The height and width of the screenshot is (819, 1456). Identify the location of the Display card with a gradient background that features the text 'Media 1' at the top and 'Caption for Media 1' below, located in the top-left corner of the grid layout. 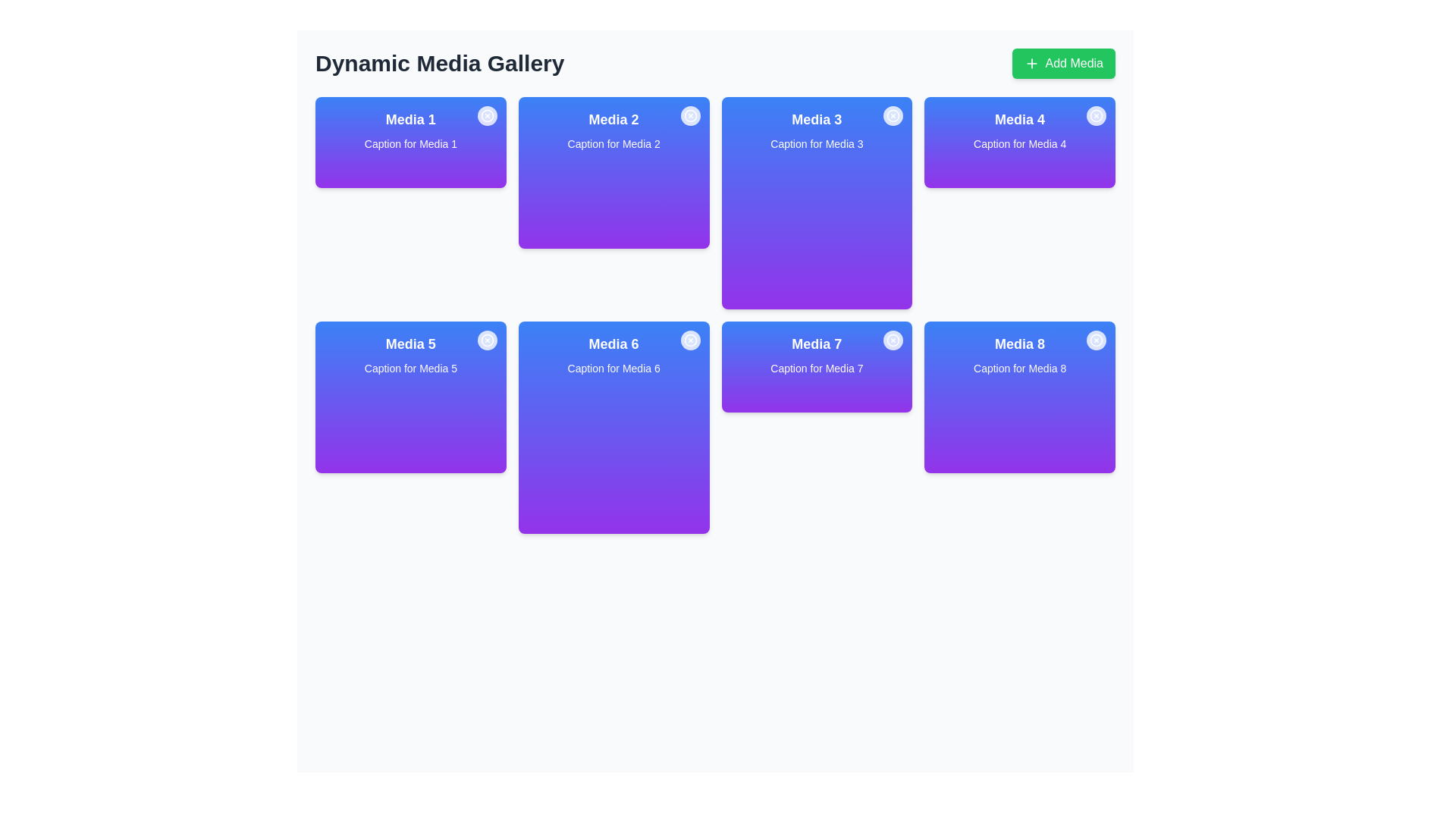
(410, 143).